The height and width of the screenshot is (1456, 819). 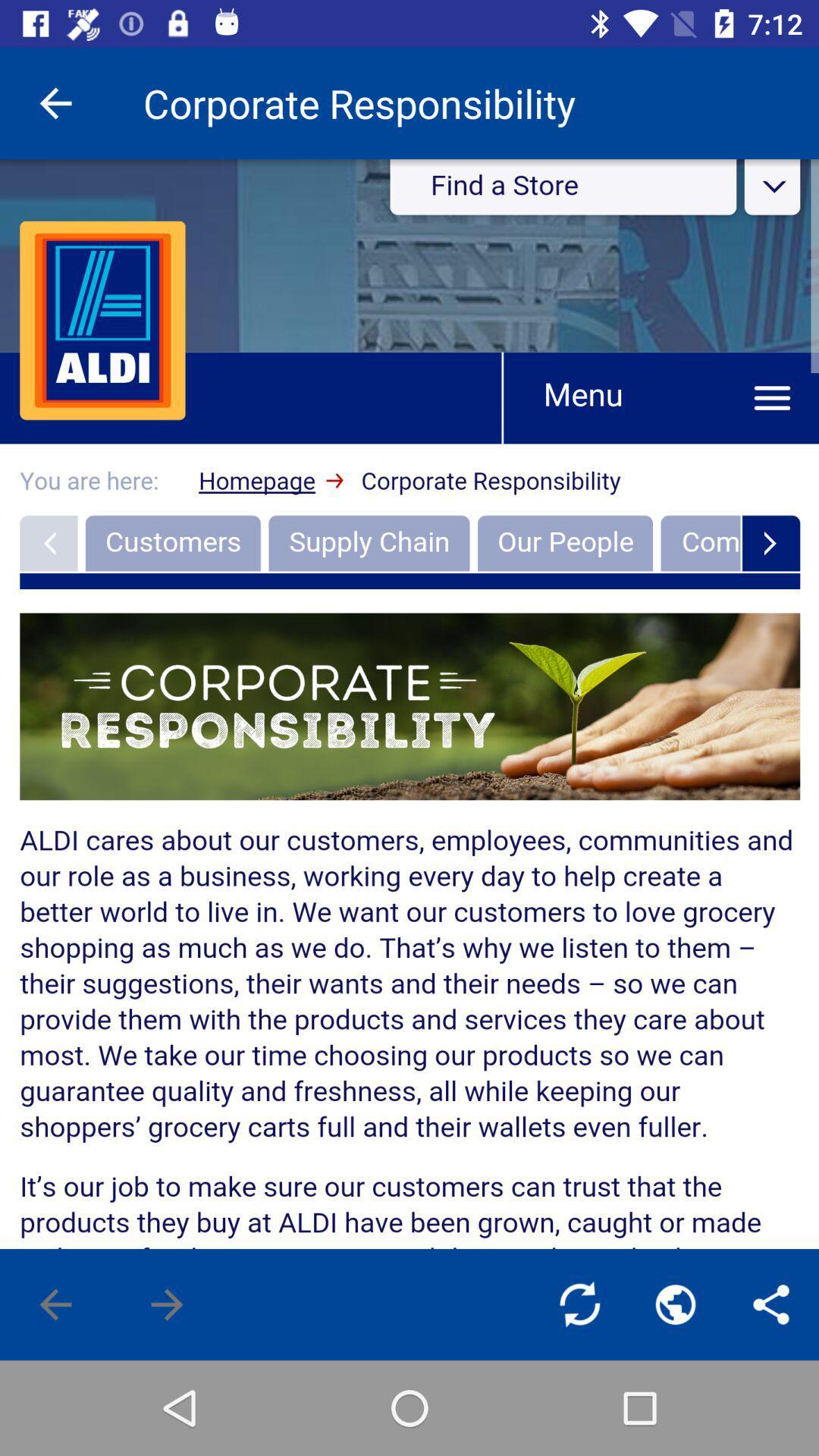 What do you see at coordinates (55, 102) in the screenshot?
I see `the item at the top left corner` at bounding box center [55, 102].